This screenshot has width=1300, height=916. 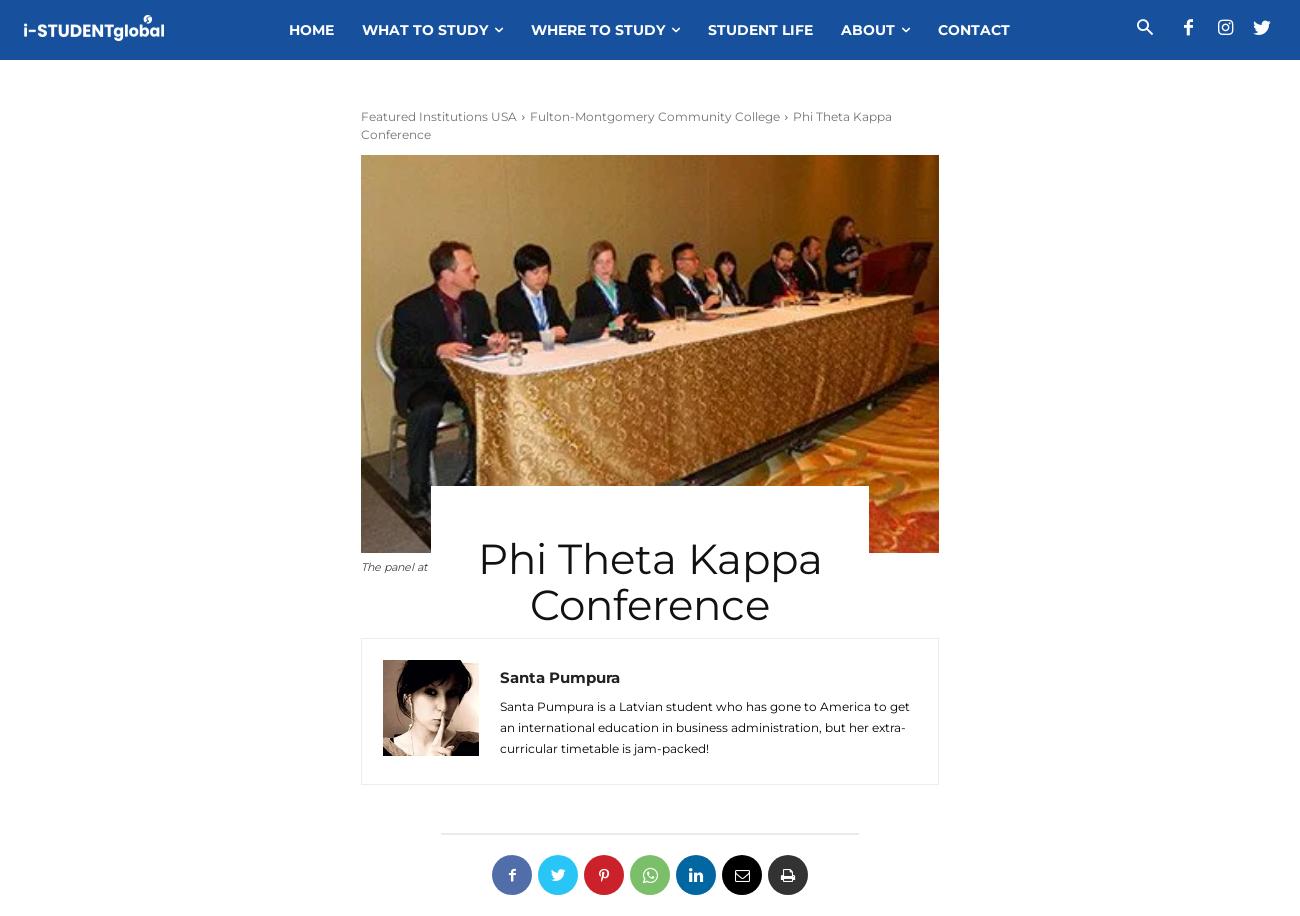 I want to click on 'Santa Pumpura', so click(x=499, y=676).